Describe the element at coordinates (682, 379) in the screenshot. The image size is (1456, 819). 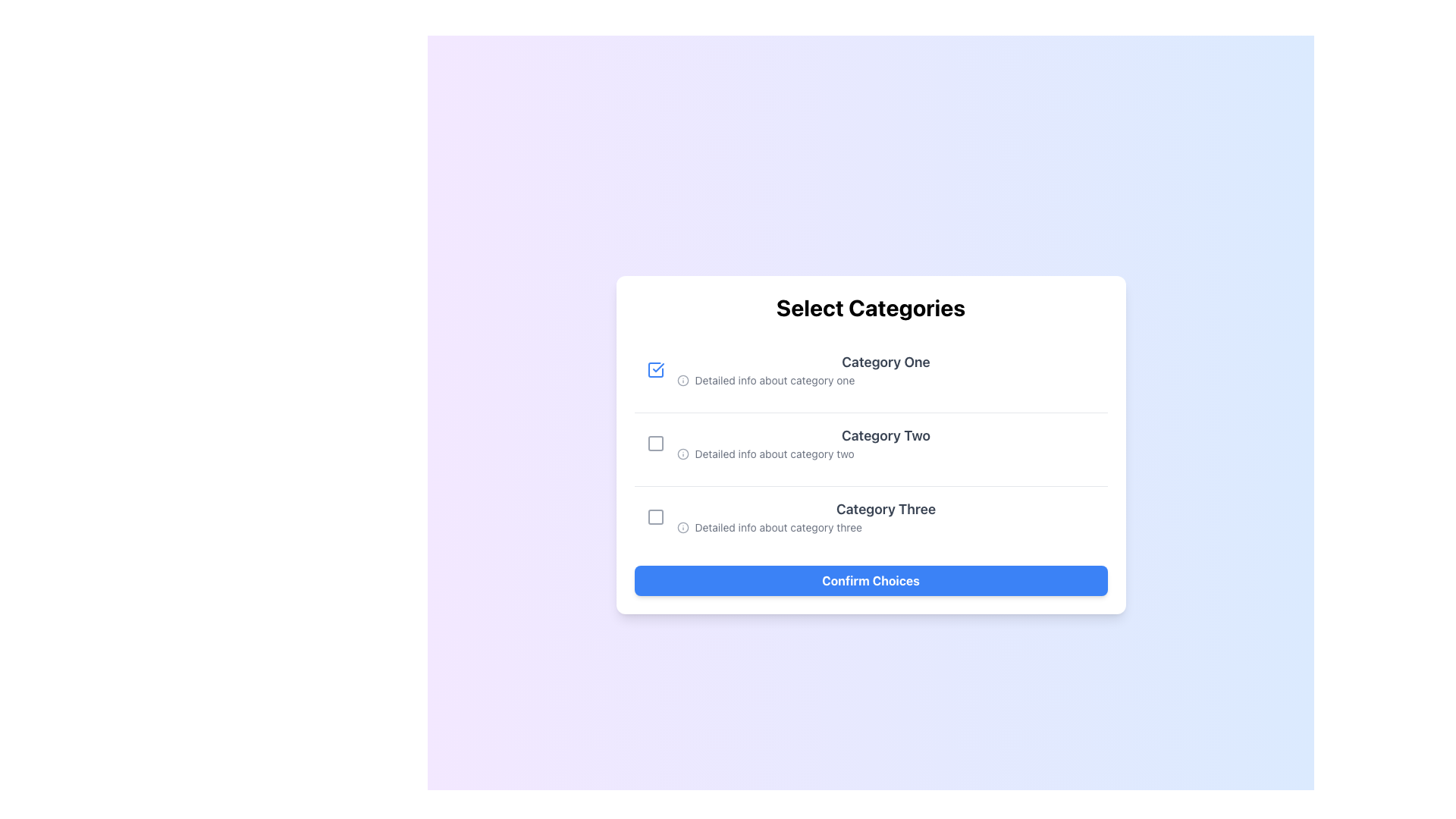
I see `the inner circle of the circular icon associated with 'Category One', which is located to the left of the text 'Detailed info about category one'` at that location.